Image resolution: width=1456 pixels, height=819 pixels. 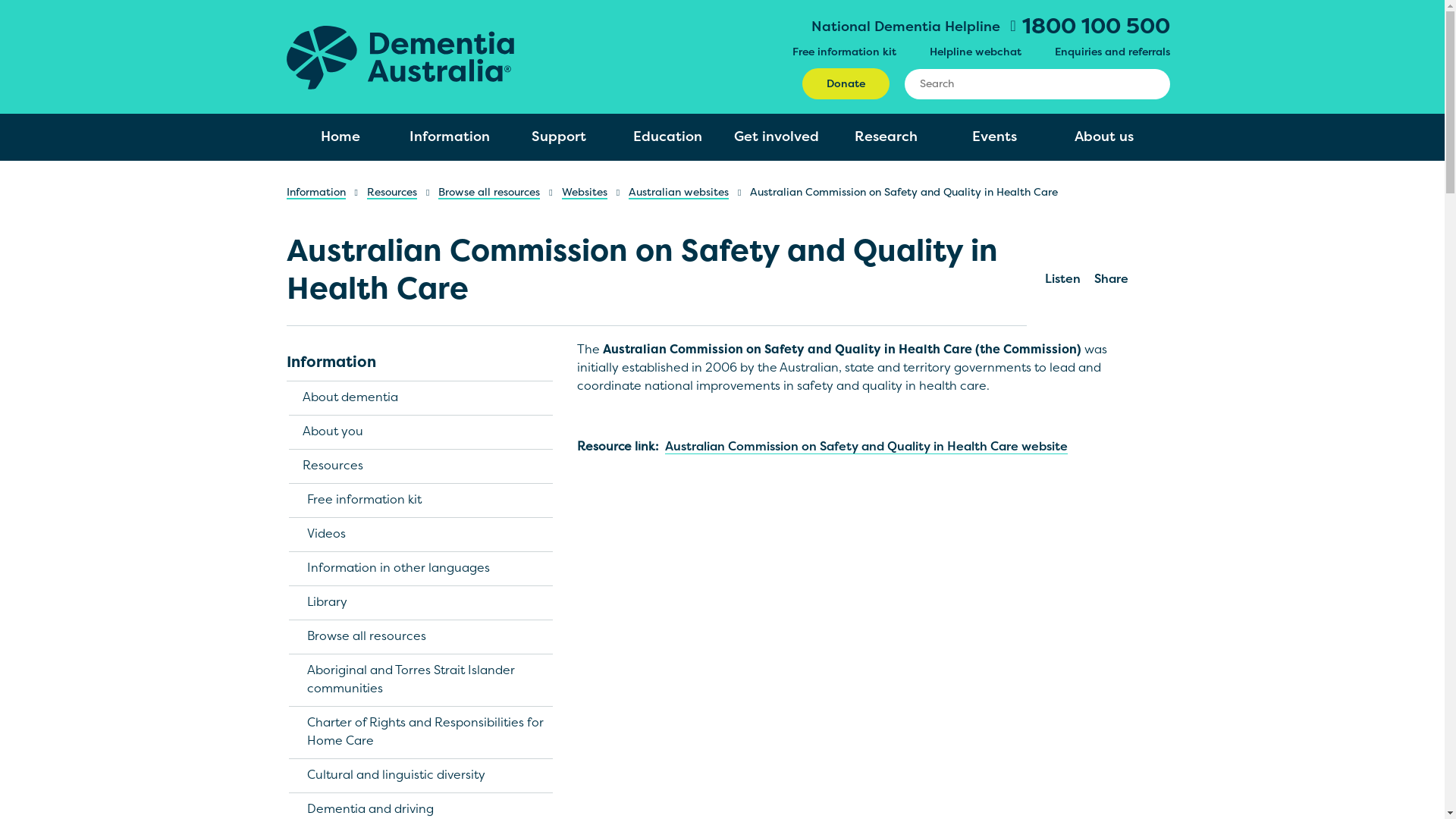 I want to click on 'Education', so click(x=667, y=137).